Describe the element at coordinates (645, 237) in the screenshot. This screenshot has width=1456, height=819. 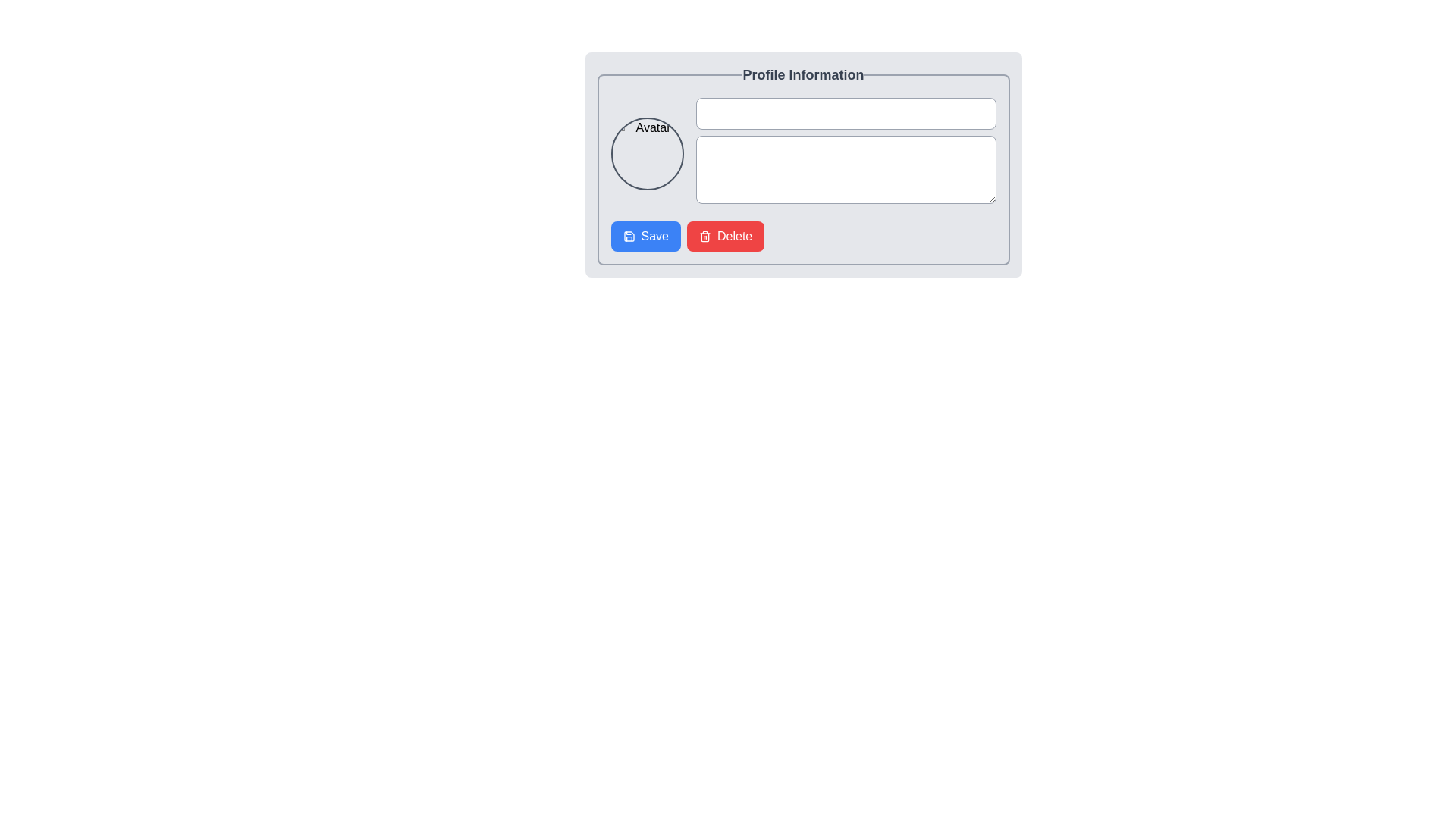
I see `the 'Save' button located in the 'Profile Information' section` at that location.